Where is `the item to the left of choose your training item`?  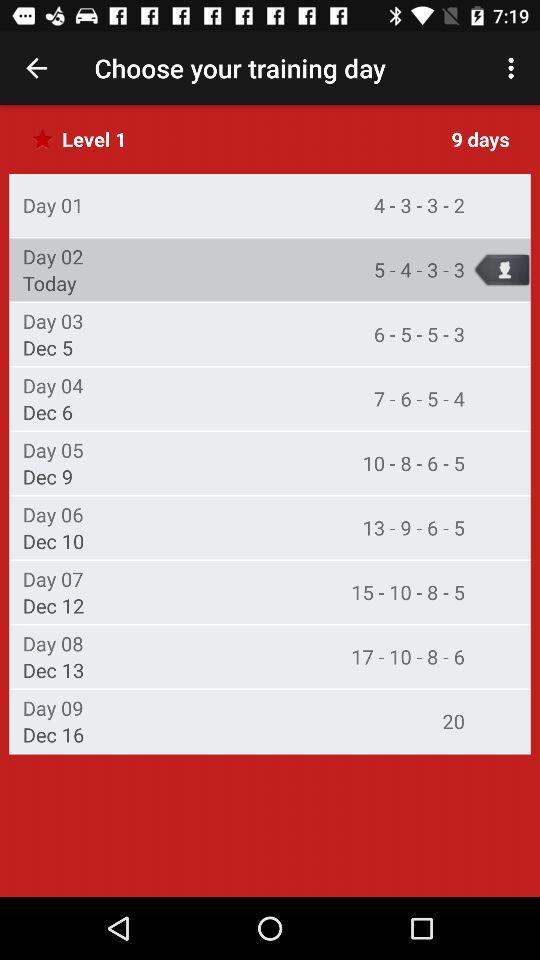 the item to the left of choose your training item is located at coordinates (36, 68).